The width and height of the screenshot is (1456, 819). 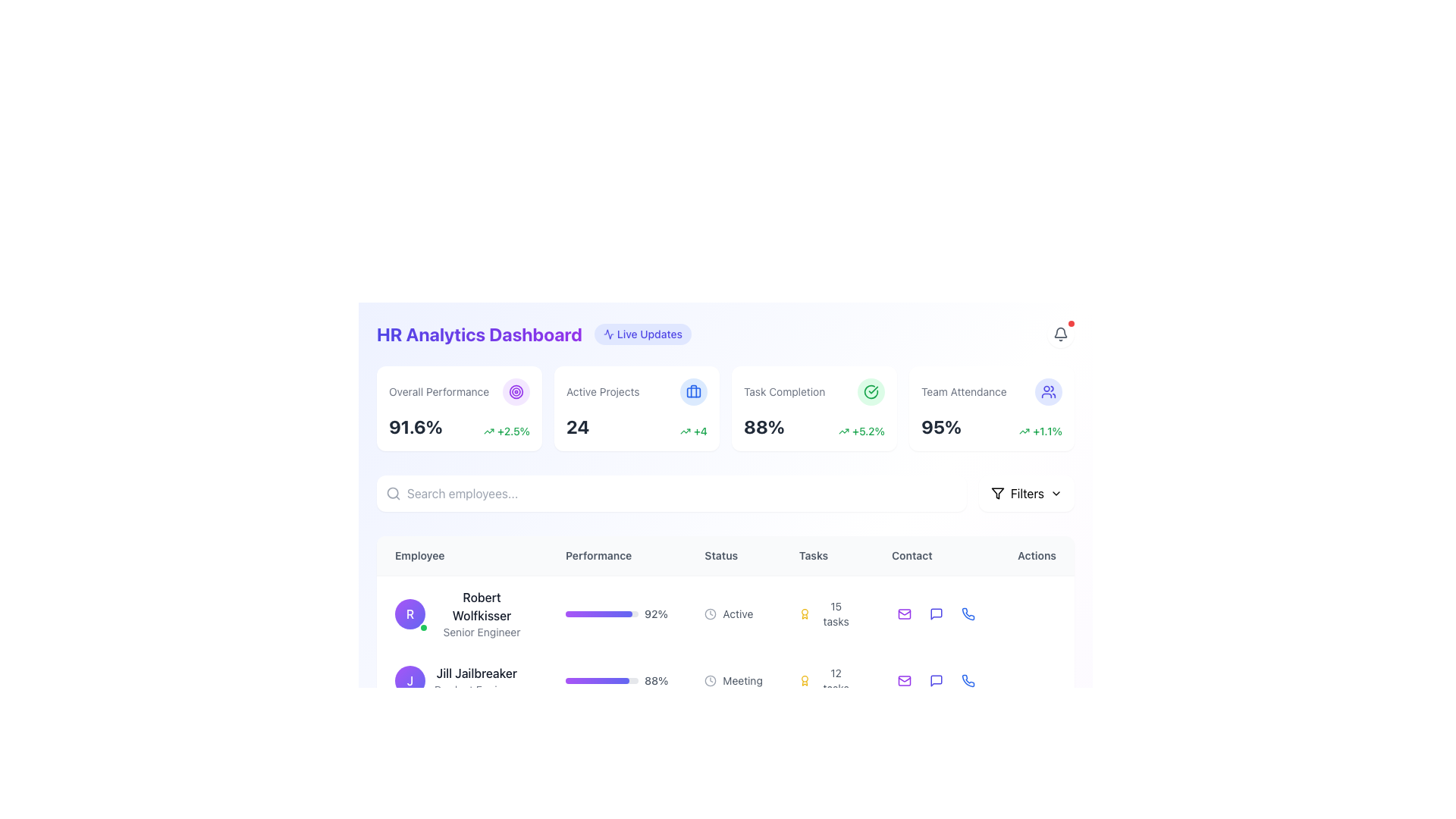 I want to click on the numeric indication with the trend symbol, which displays a green text reading '+4' accompanied by an upward green arrow icon, located in the third information card labeled 'Active Projects' in the dashboard, so click(x=693, y=431).